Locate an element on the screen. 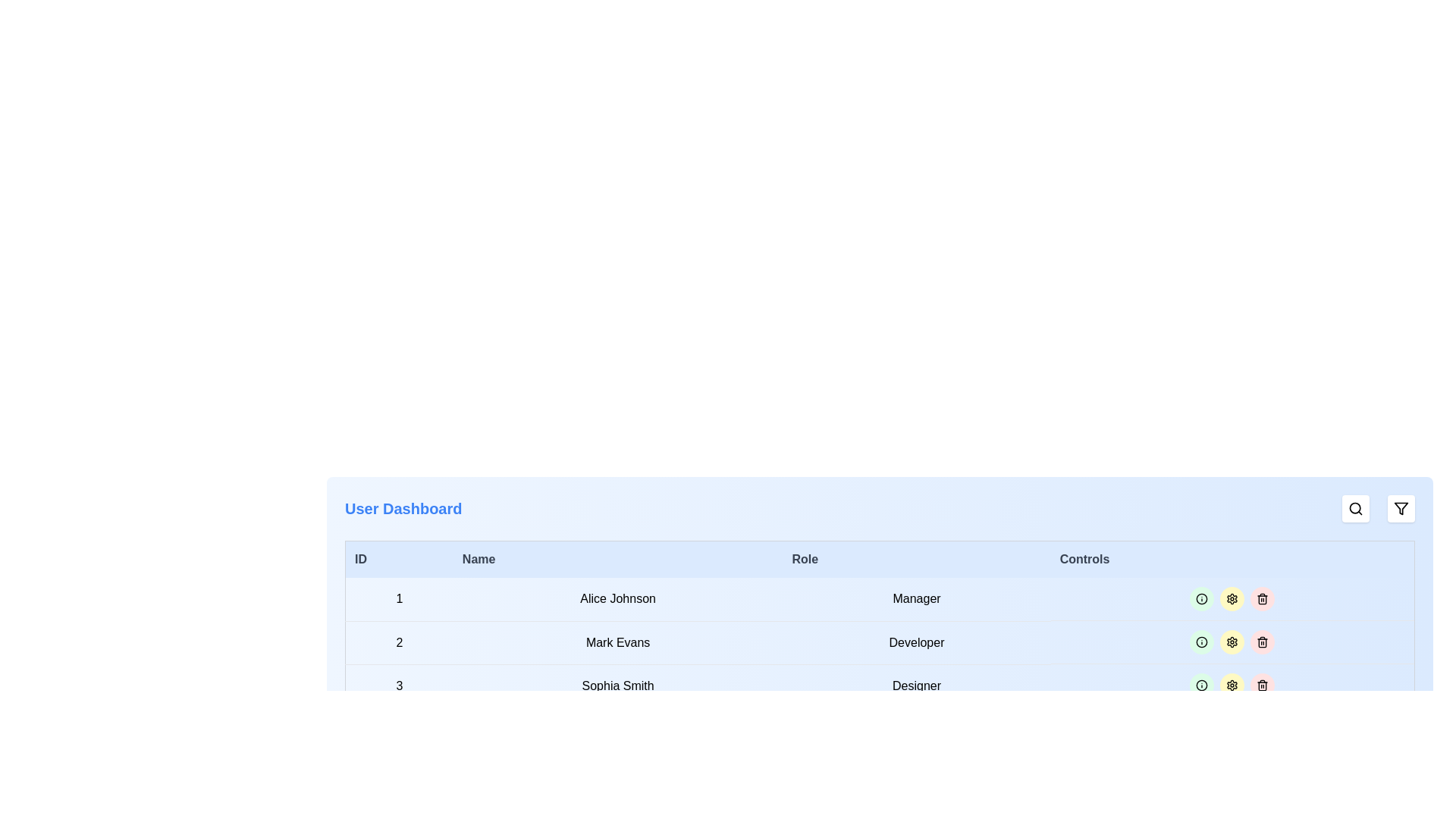 The image size is (1456, 819). the delete Icon Button located in the third row under the 'Controls' header, which is the rightmost icon among three control icons is located at coordinates (1263, 685).